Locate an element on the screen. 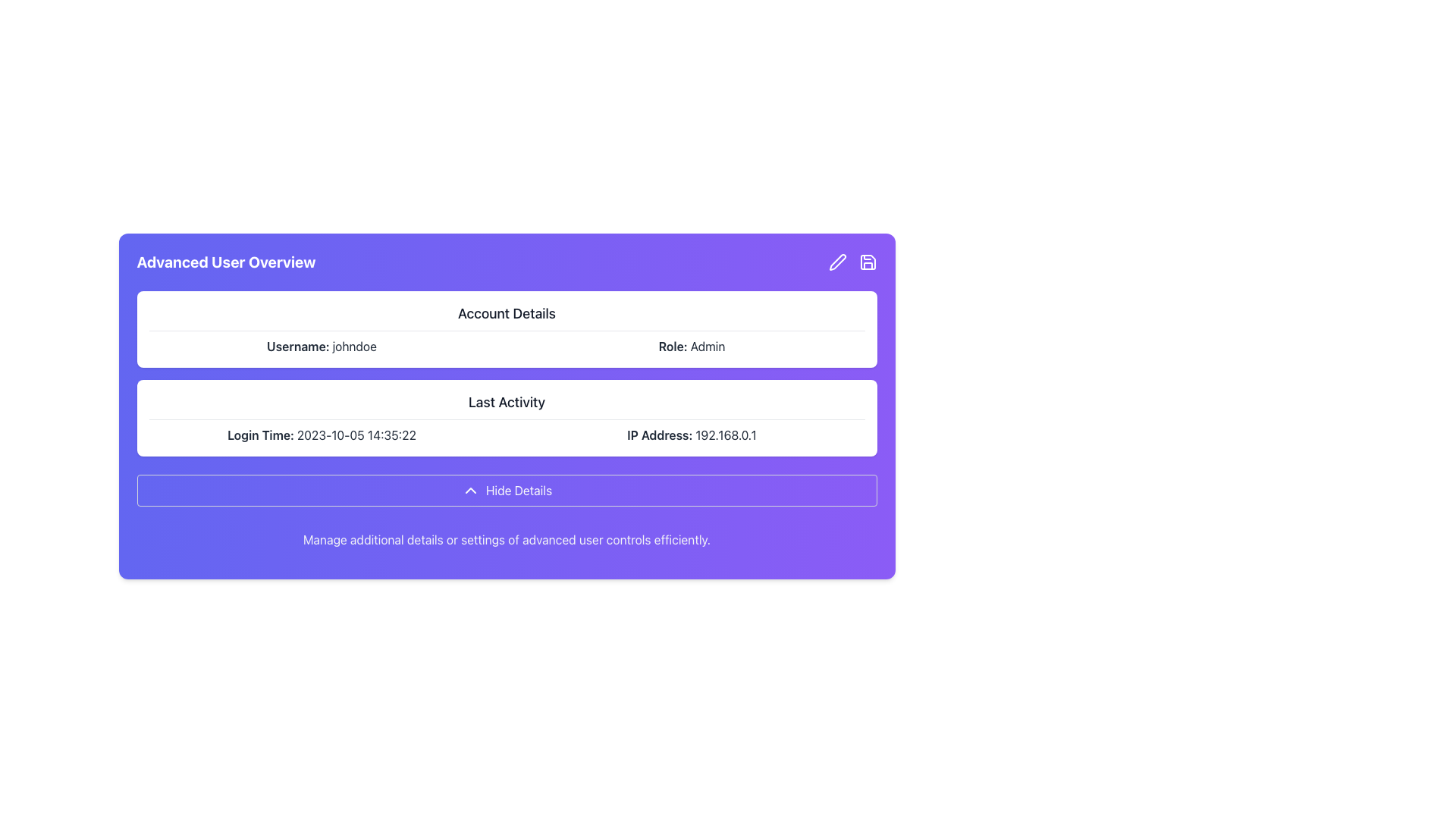  the button located at the bottom of the 'Advanced User Overview' section to hide the additional details is located at coordinates (507, 491).